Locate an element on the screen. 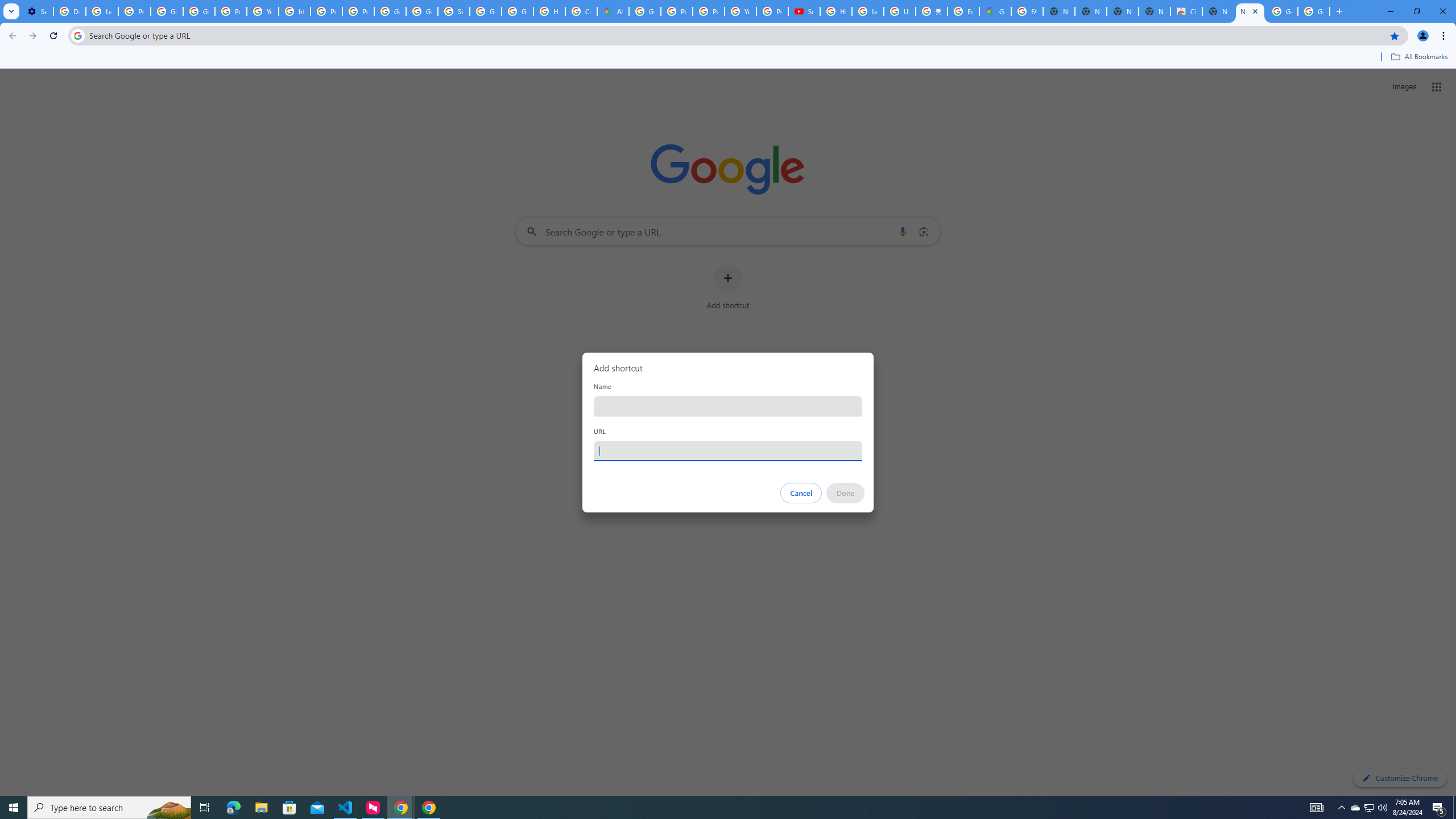 This screenshot has width=1456, height=819. 'Google Images' is located at coordinates (1282, 11).